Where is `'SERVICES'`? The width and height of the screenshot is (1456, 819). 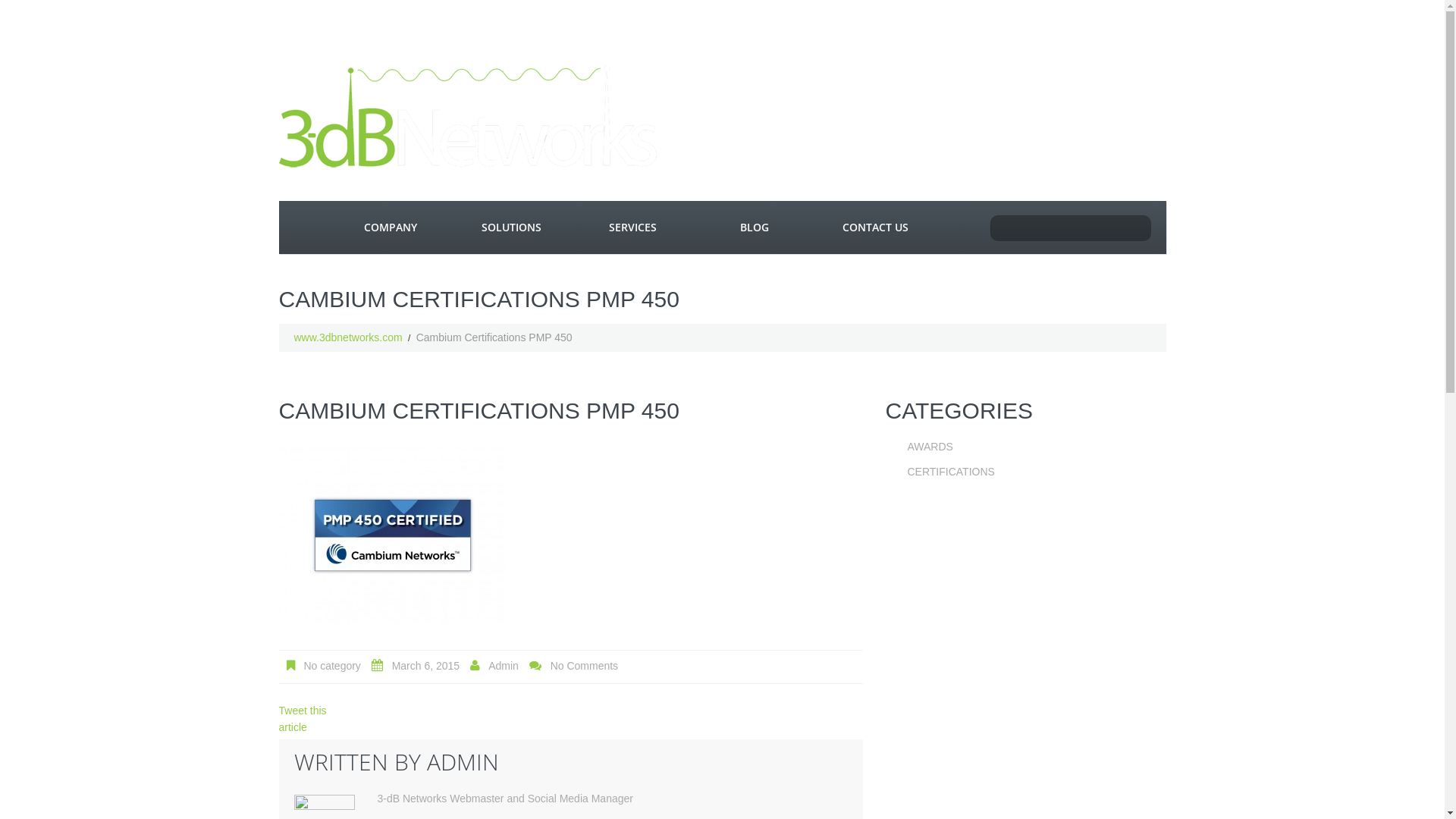 'SERVICES' is located at coordinates (572, 227).